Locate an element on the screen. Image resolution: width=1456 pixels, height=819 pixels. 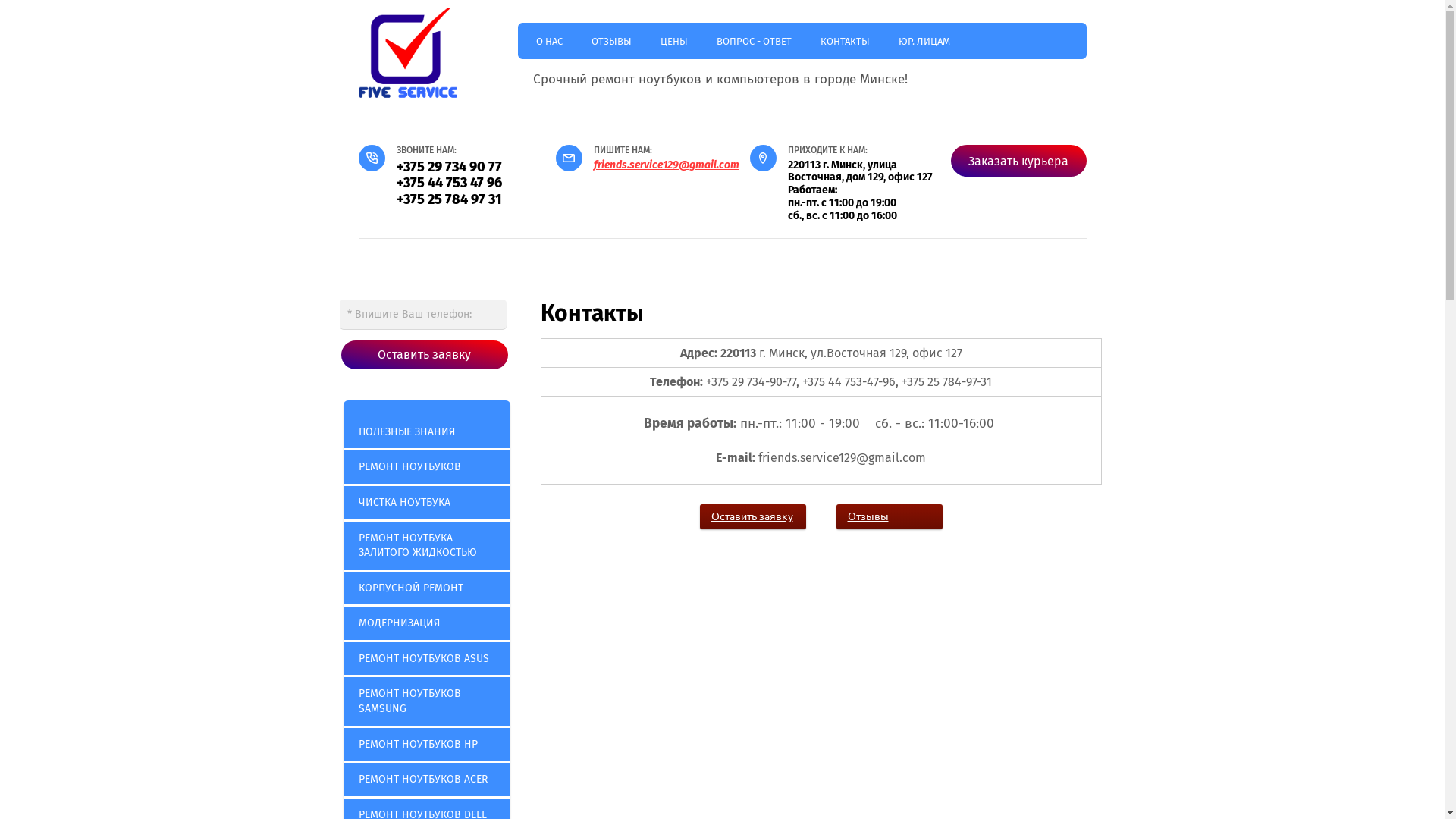
'+375 29 734 90 77' is located at coordinates (447, 166).